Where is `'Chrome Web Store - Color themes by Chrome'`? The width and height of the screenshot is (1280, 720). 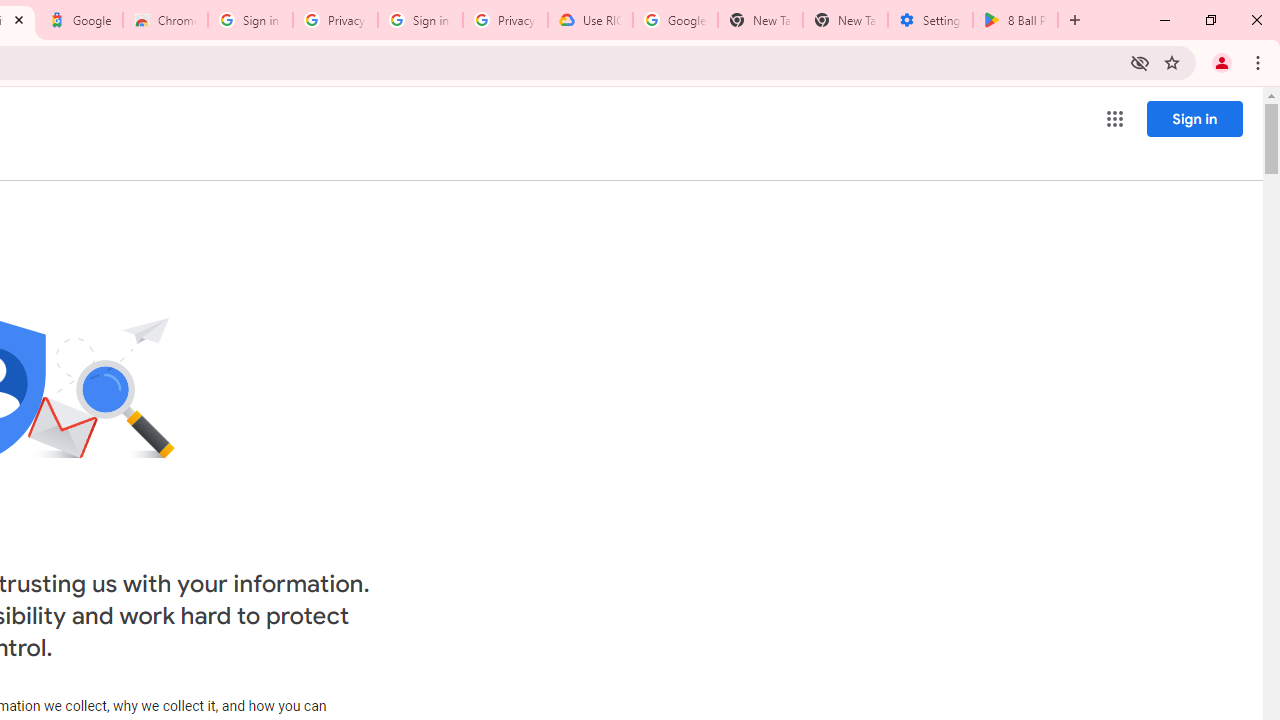 'Chrome Web Store - Color themes by Chrome' is located at coordinates (165, 20).